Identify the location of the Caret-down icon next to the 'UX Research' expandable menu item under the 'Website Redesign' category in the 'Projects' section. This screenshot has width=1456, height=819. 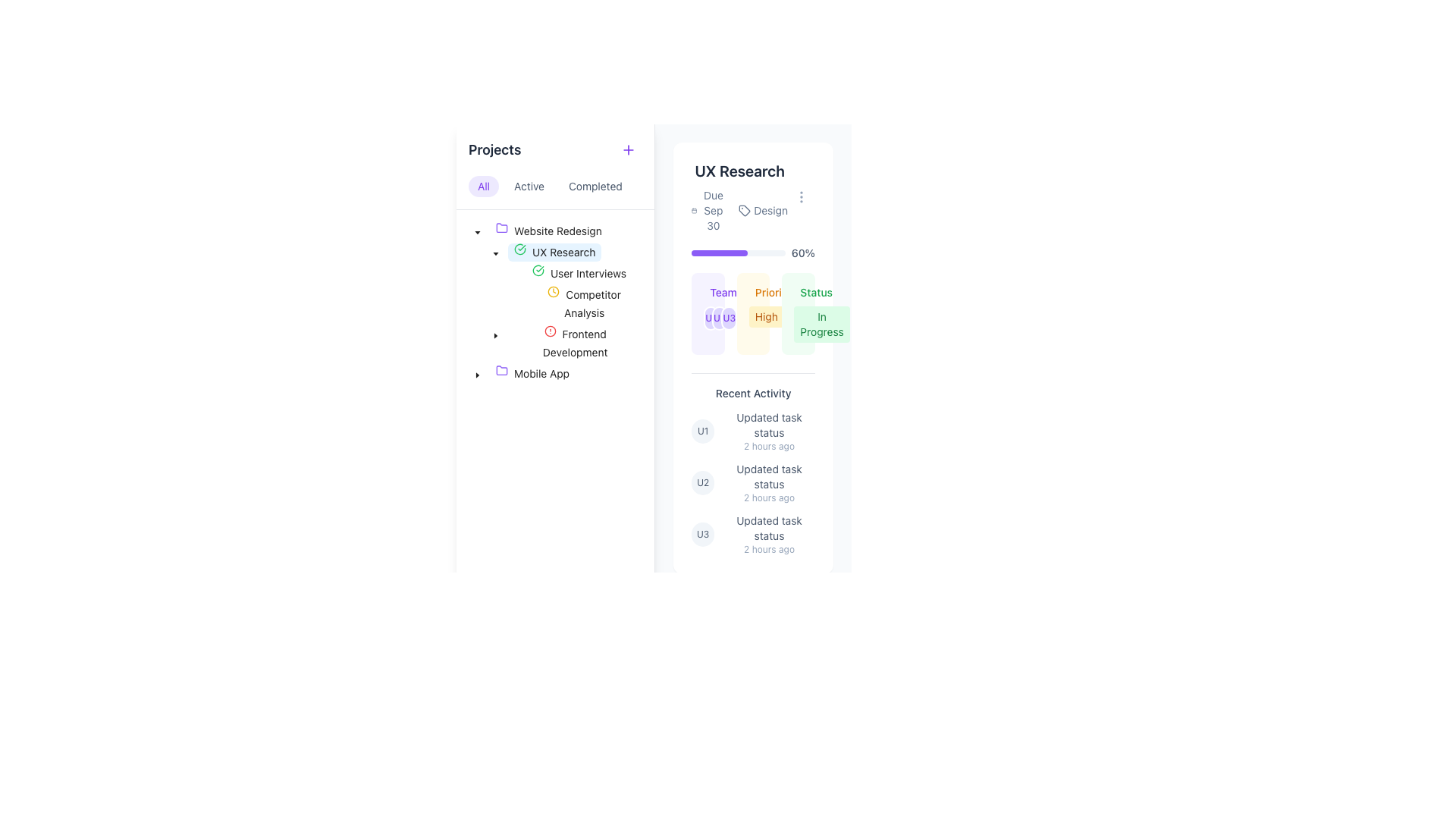
(476, 233).